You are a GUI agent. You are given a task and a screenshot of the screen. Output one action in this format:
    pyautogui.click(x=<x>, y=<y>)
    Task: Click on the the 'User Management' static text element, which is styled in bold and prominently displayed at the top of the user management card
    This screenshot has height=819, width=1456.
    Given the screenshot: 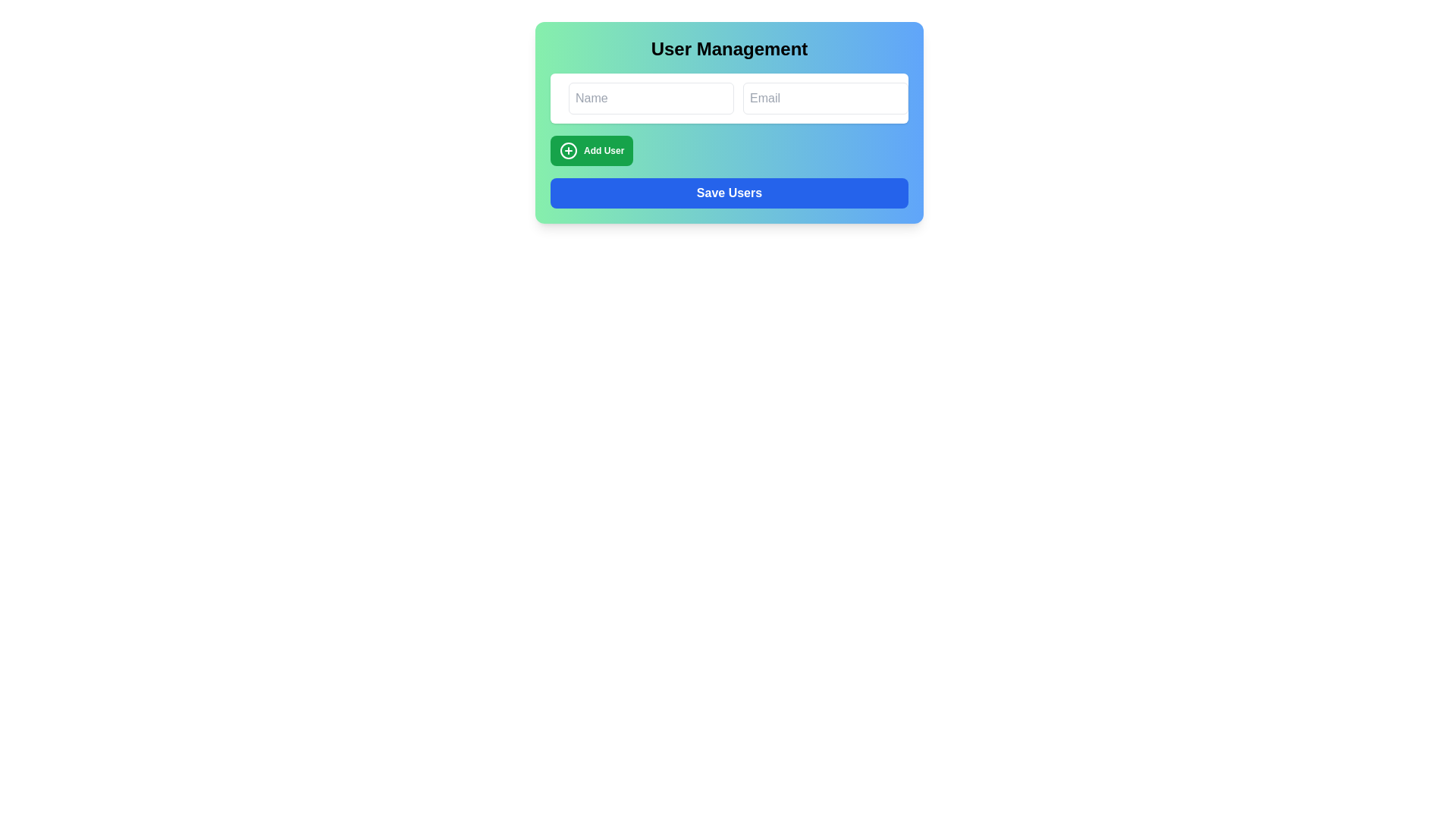 What is the action you would take?
    pyautogui.click(x=729, y=49)
    